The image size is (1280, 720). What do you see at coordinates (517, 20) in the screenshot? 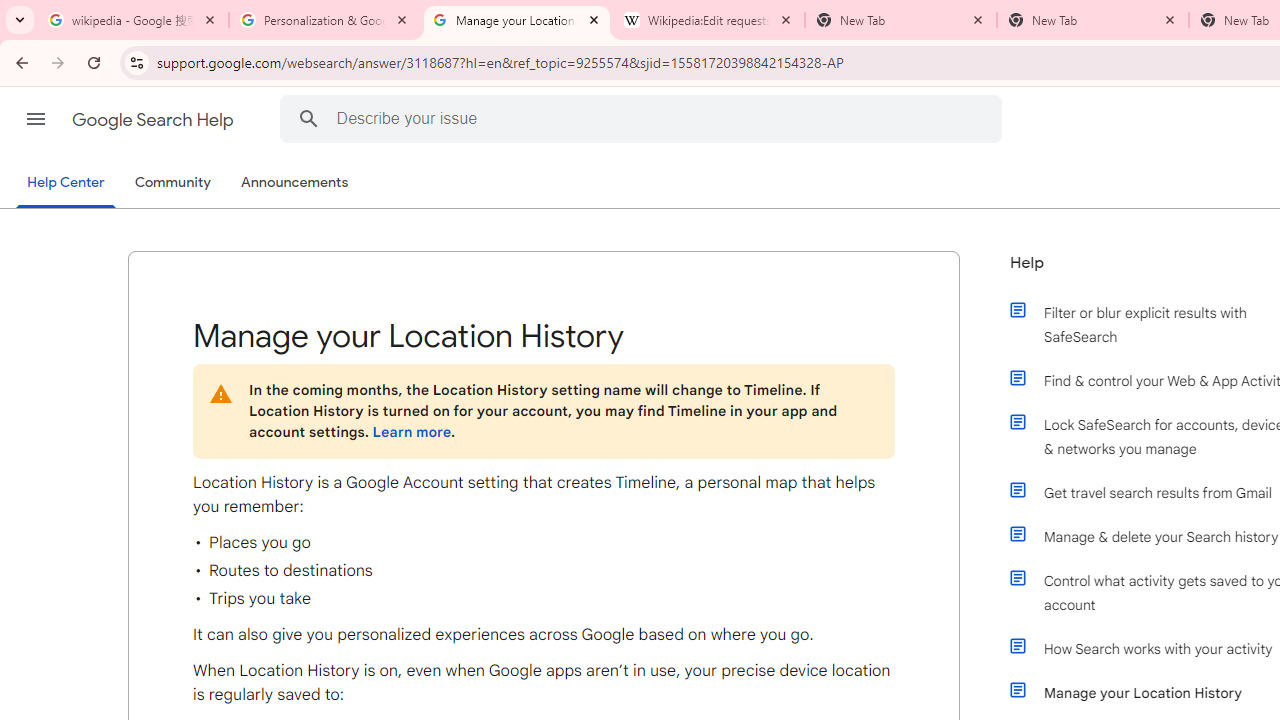
I see `'Manage your Location History - Google Search Help'` at bounding box center [517, 20].